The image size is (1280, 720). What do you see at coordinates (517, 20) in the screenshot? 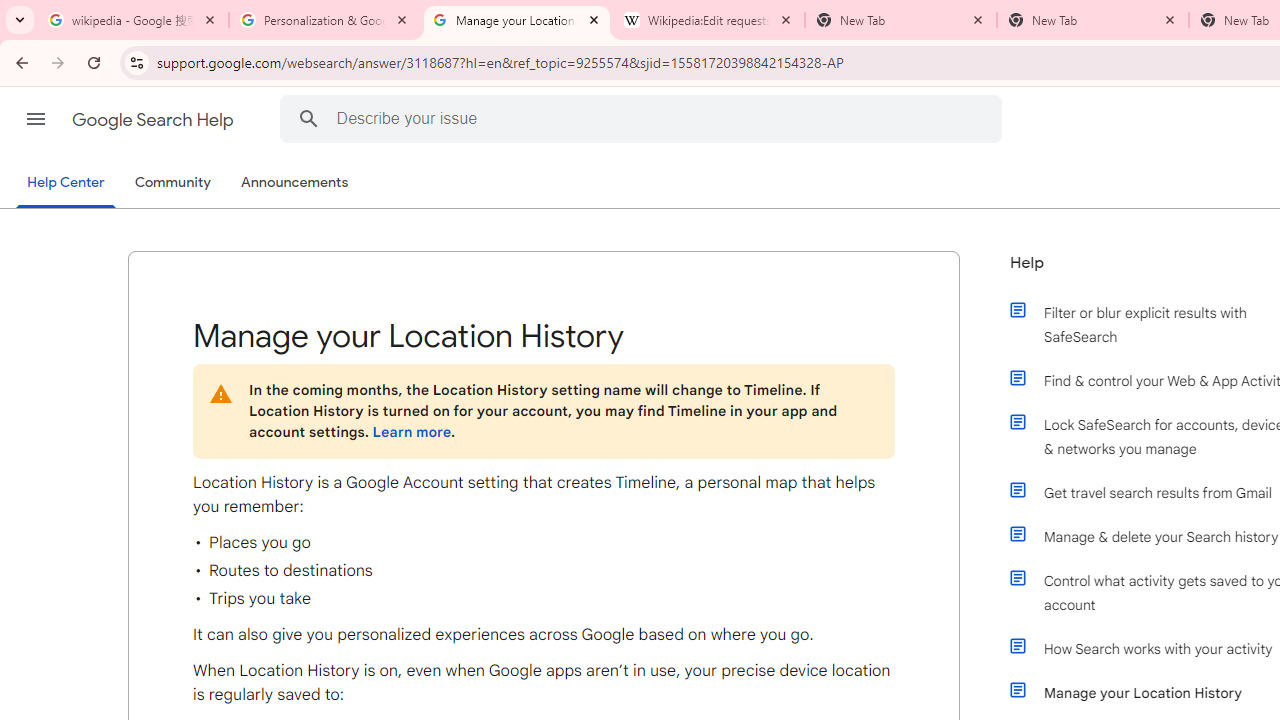
I see `'Manage your Location History - Google Search Help'` at bounding box center [517, 20].